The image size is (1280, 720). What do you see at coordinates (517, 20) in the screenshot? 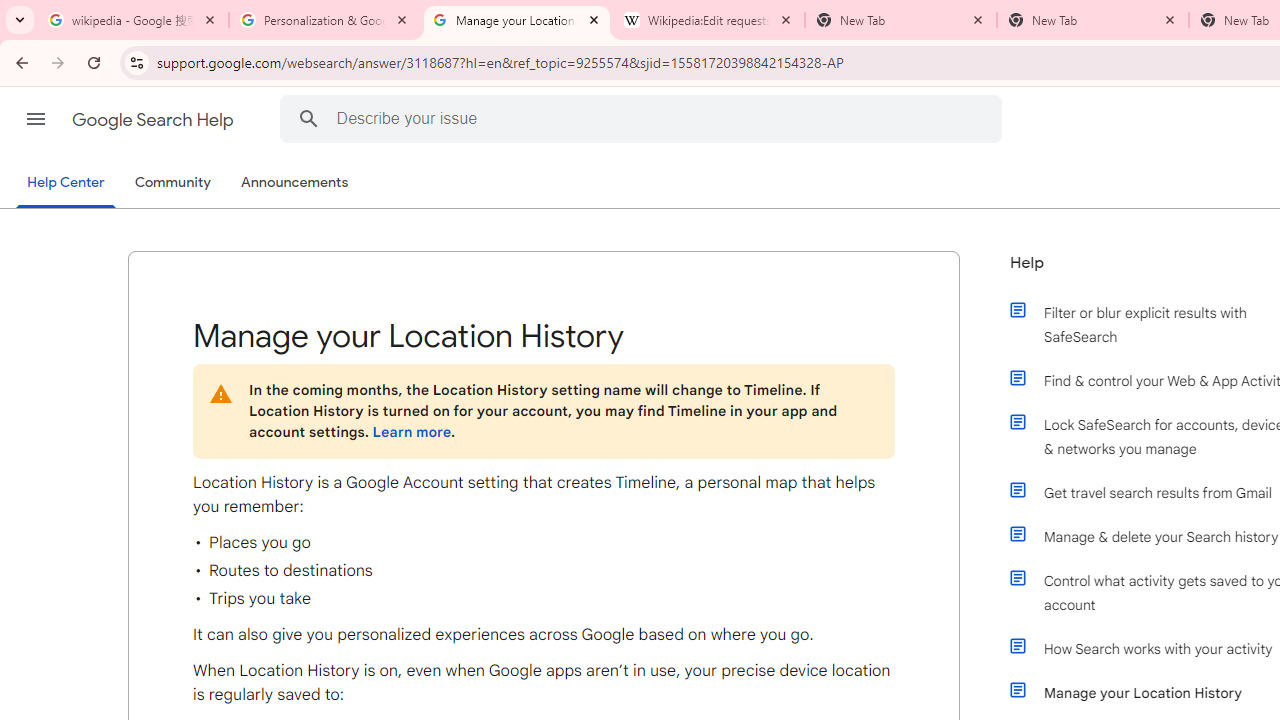
I see `'Manage your Location History - Google Search Help'` at bounding box center [517, 20].